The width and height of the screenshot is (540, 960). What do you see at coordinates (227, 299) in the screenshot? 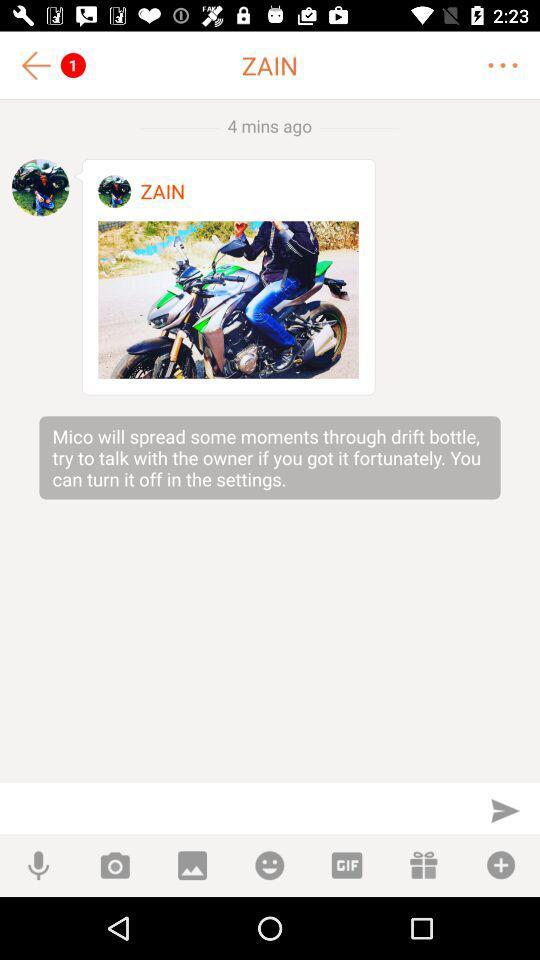
I see `photo` at bounding box center [227, 299].